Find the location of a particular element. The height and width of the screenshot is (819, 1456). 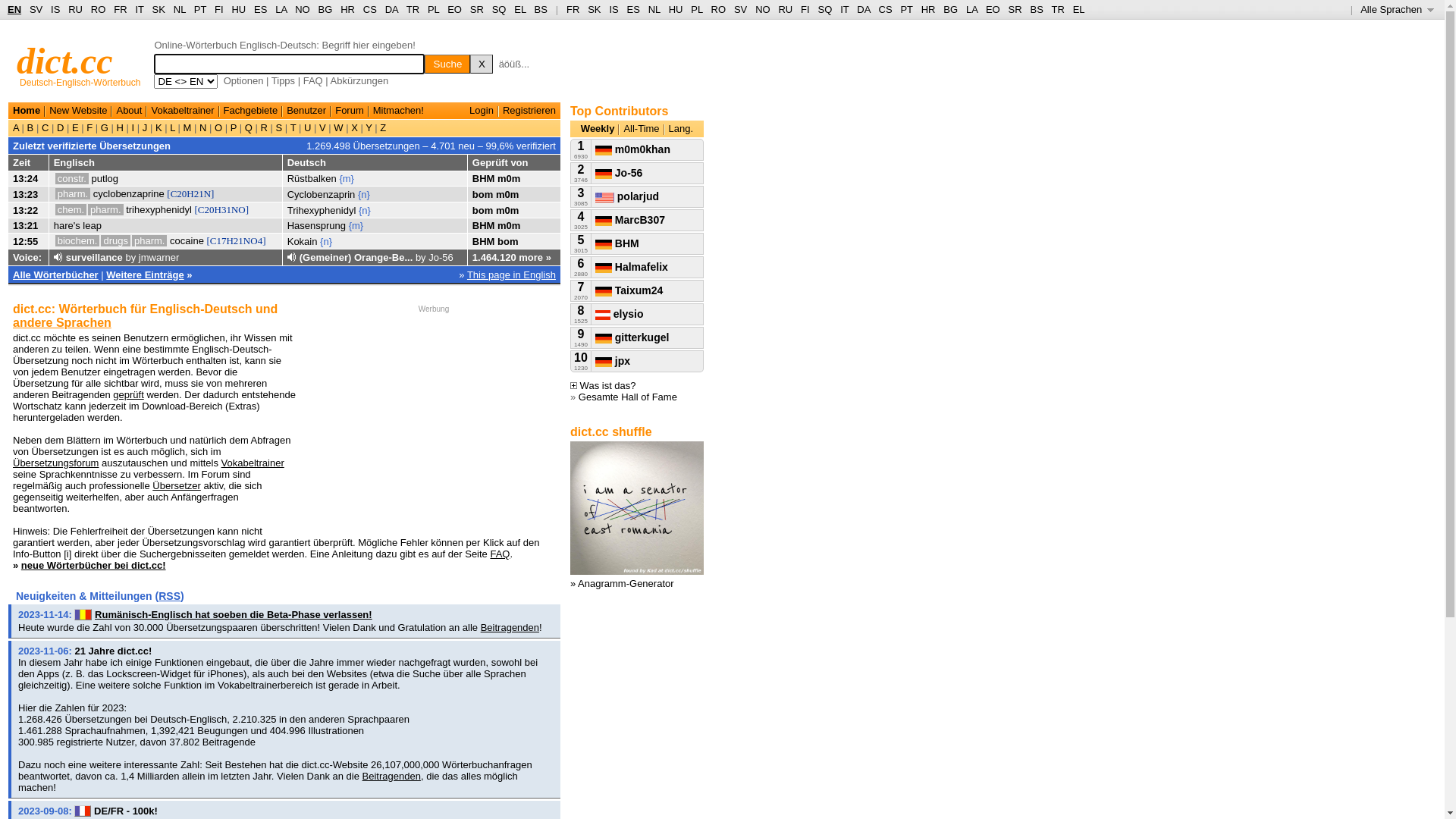

'Home' is located at coordinates (26, 109).